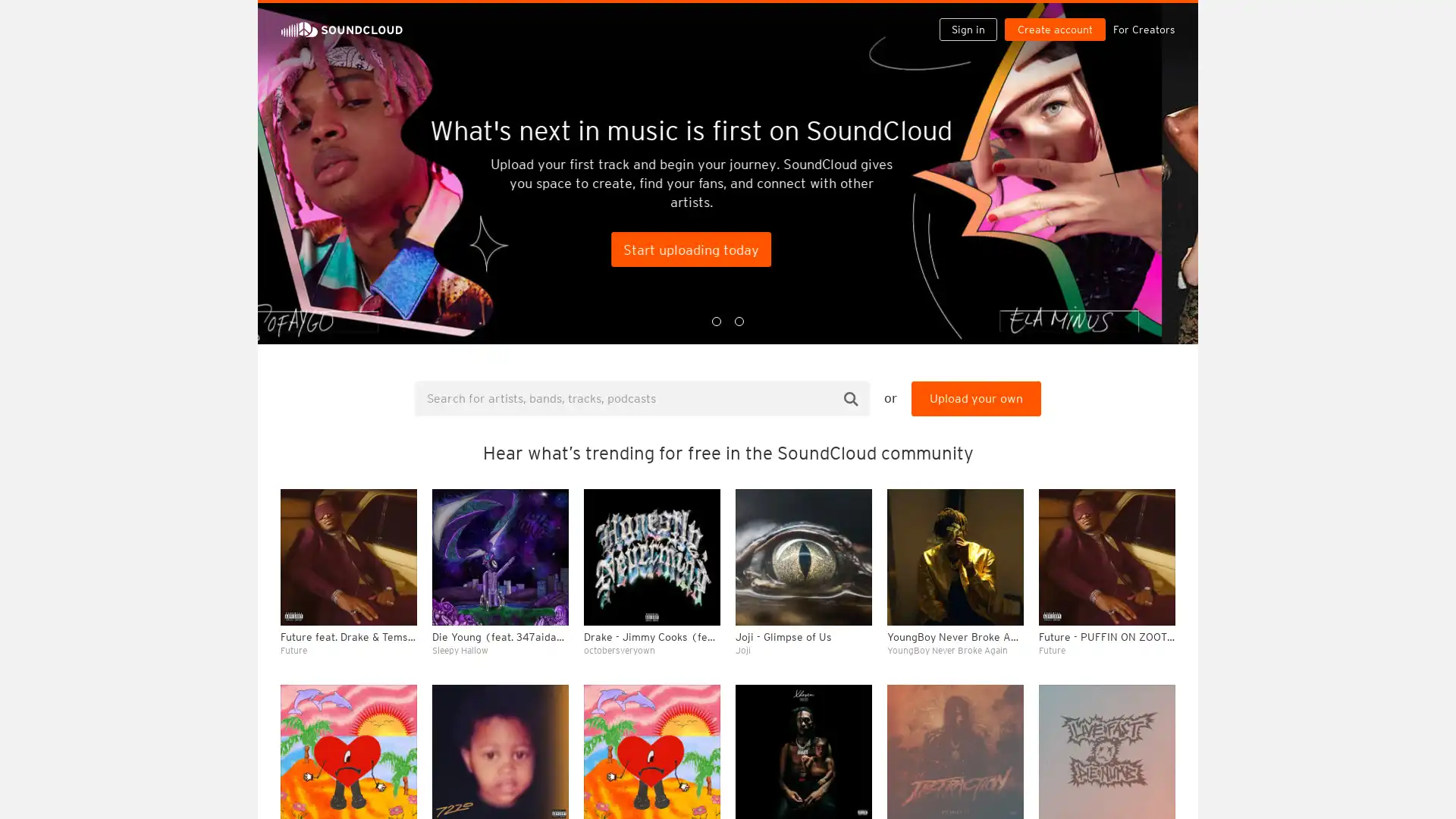 The height and width of the screenshot is (819, 1456). I want to click on Sign in, so click(974, 17).